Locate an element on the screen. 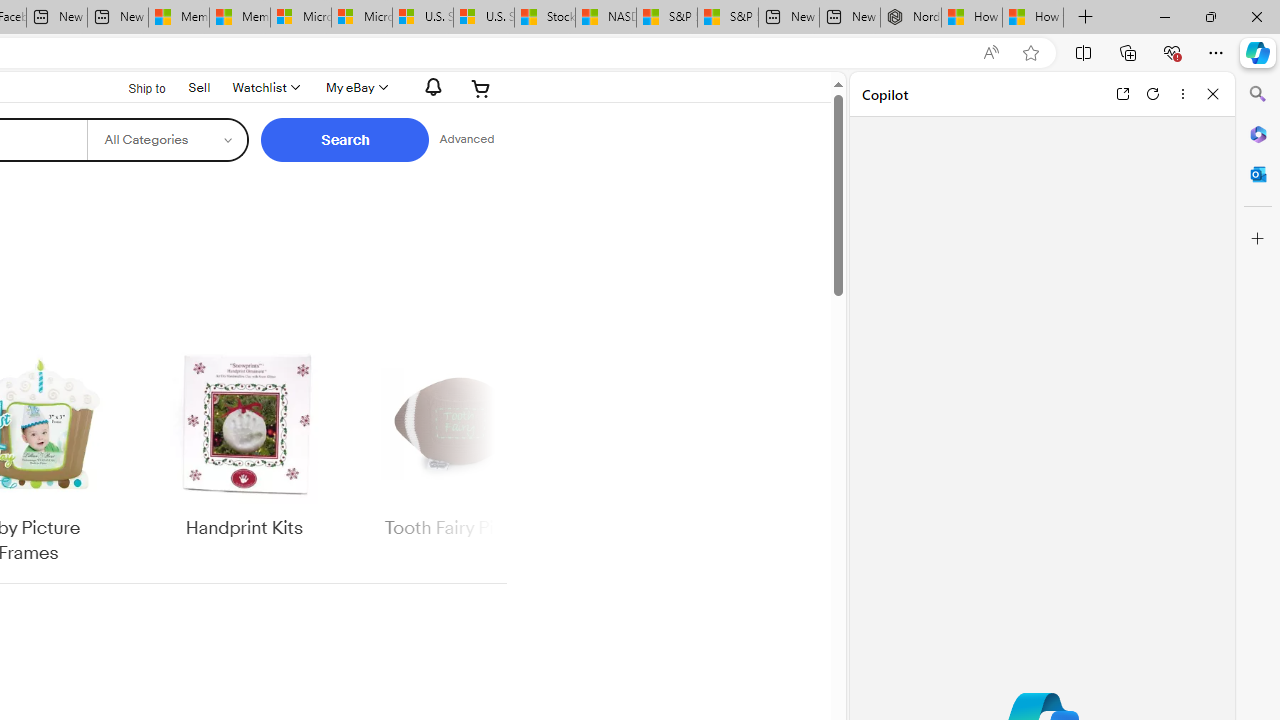 The width and height of the screenshot is (1280, 720). 'More options' is located at coordinates (1182, 93).